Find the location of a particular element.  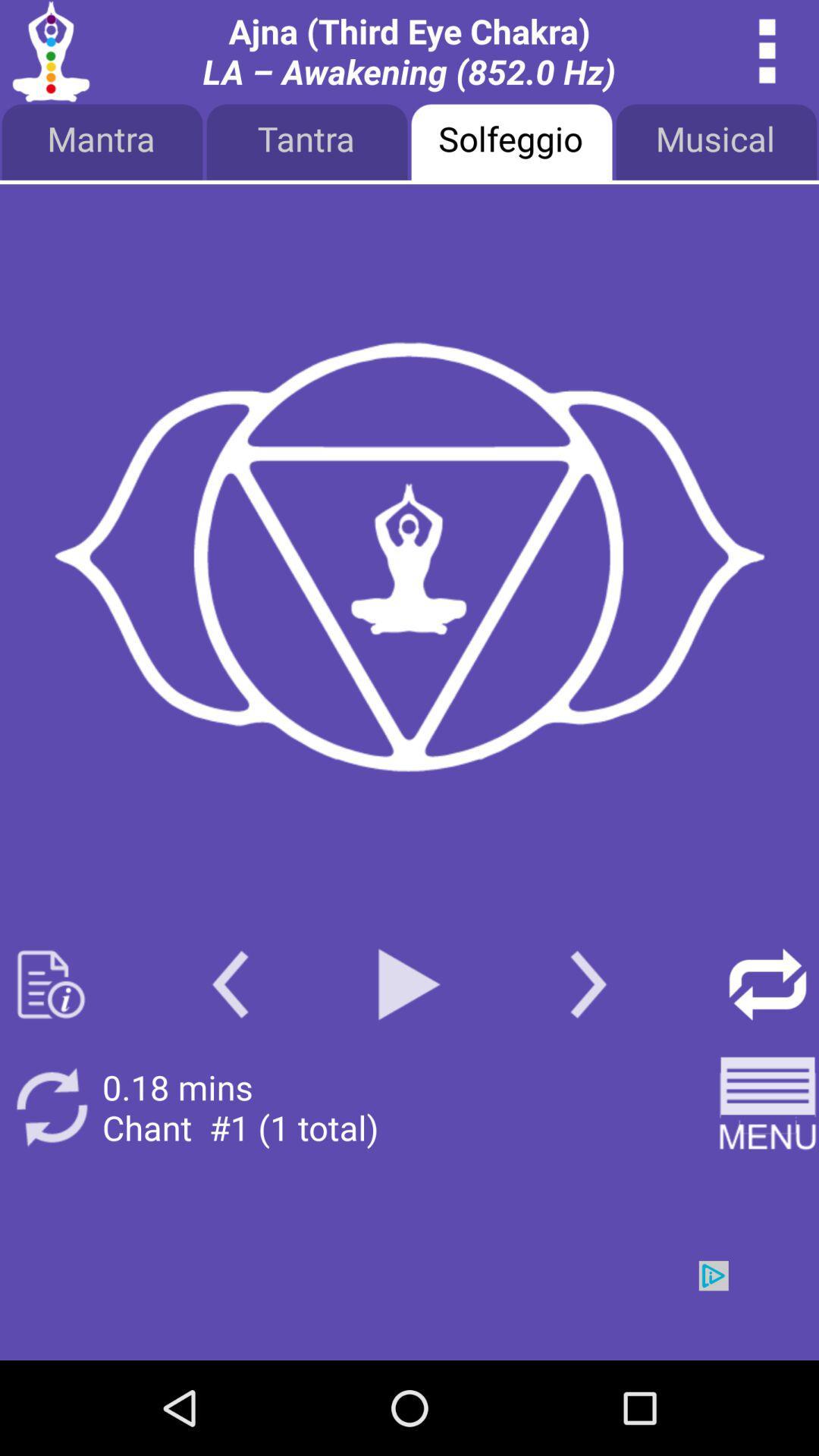

paly is located at coordinates (409, 984).